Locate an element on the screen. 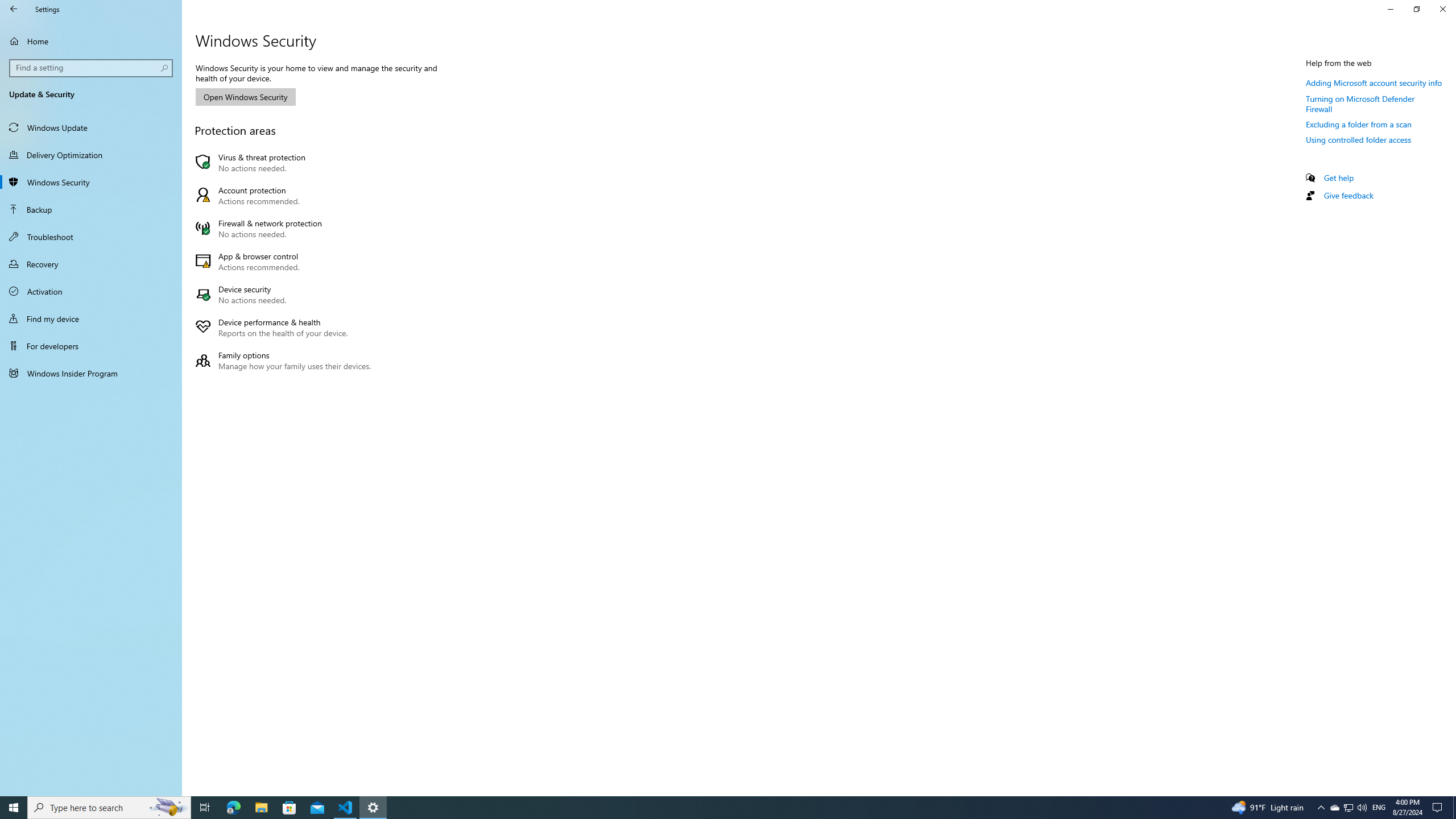  'File Explorer' is located at coordinates (260, 806).